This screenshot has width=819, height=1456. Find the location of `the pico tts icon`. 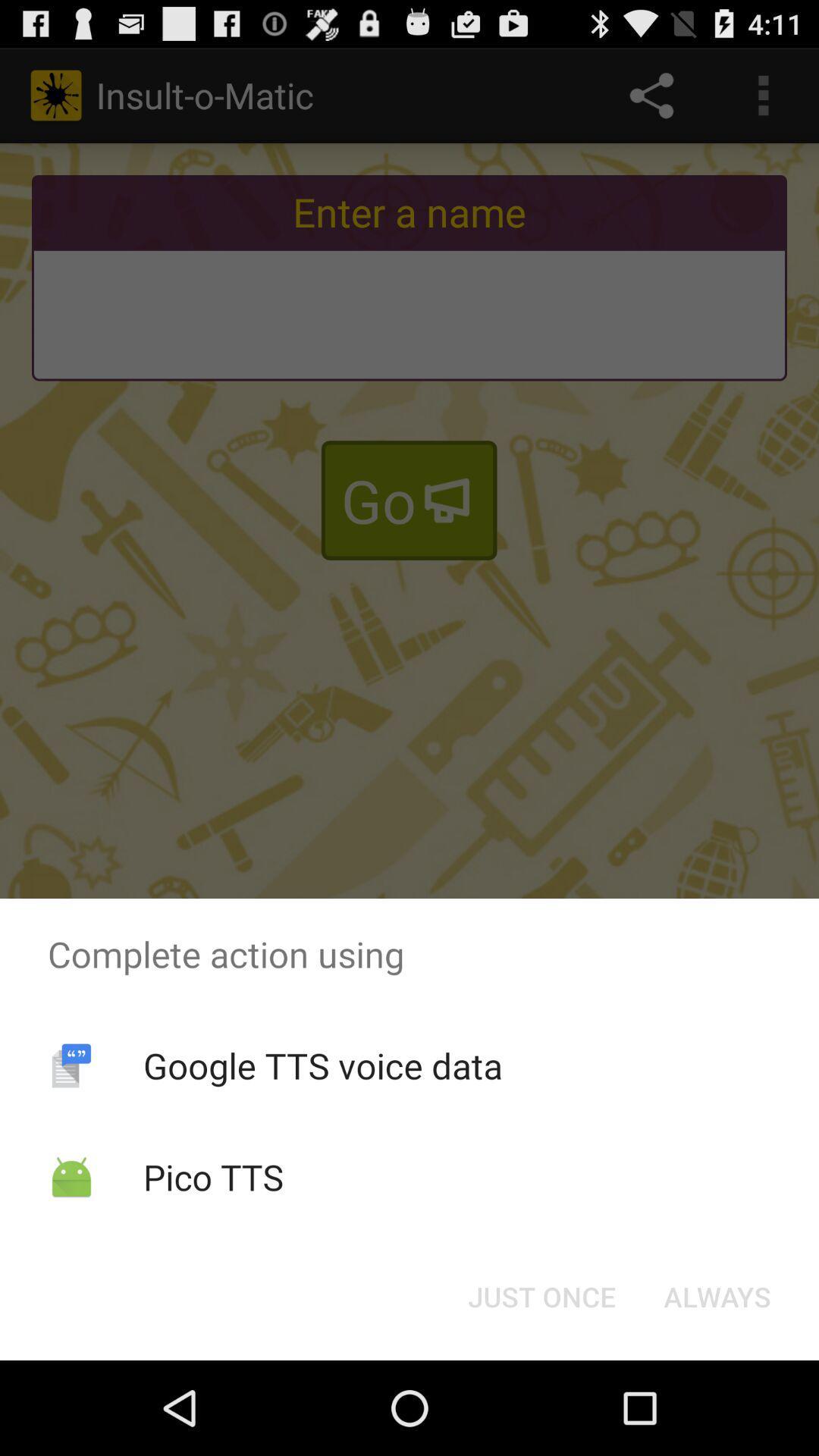

the pico tts icon is located at coordinates (213, 1176).